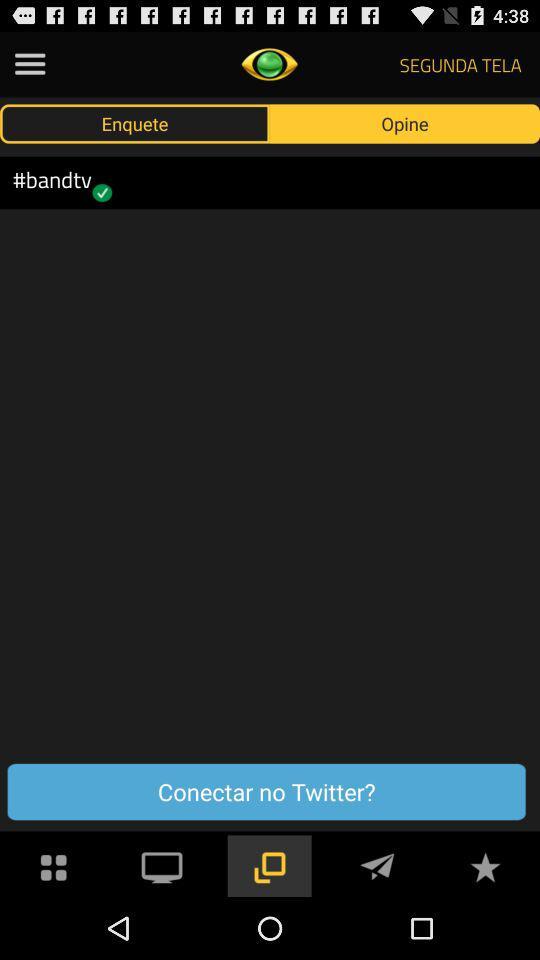 The width and height of the screenshot is (540, 960). Describe the element at coordinates (484, 864) in the screenshot. I see `a favourite` at that location.